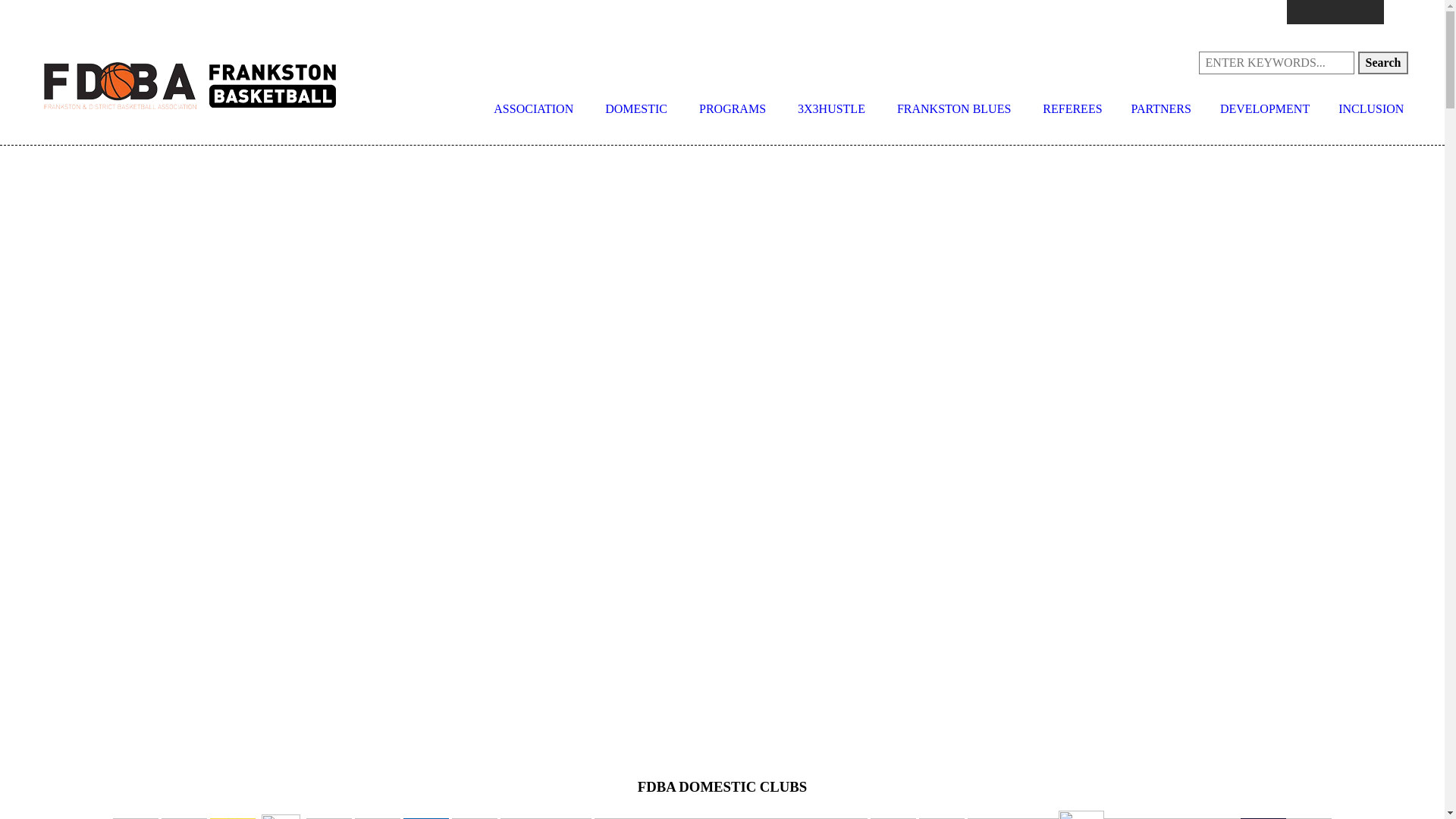 This screenshot has width=1456, height=819. I want to click on 'FRANKSTON BLUES', so click(952, 108).